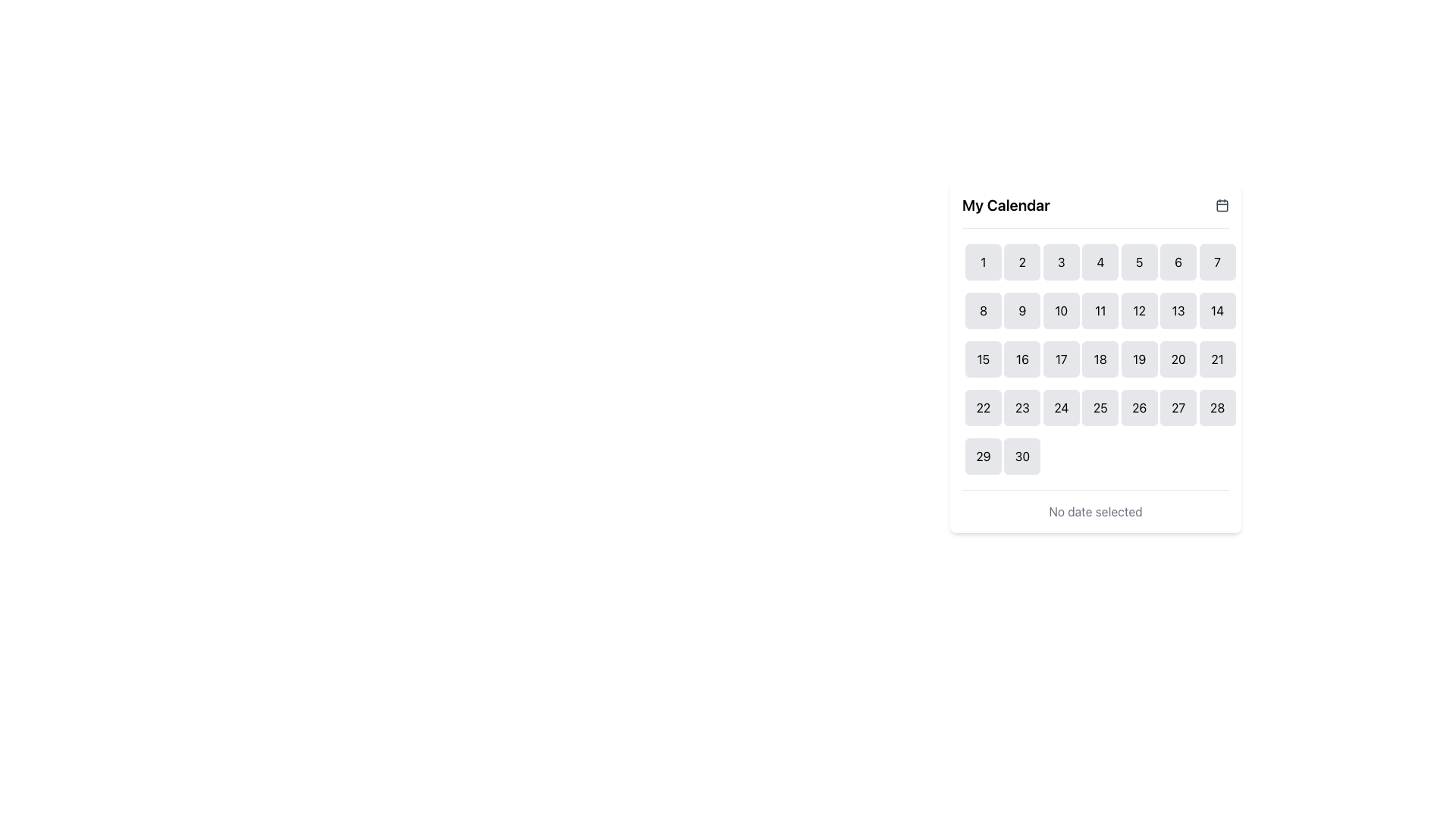 The width and height of the screenshot is (1456, 819). I want to click on the square button with rounded borders, light gray background, and the number '17' centered in black text, located in the third row and third column of the calendar grid interface titled 'My Calendar', so click(1060, 359).